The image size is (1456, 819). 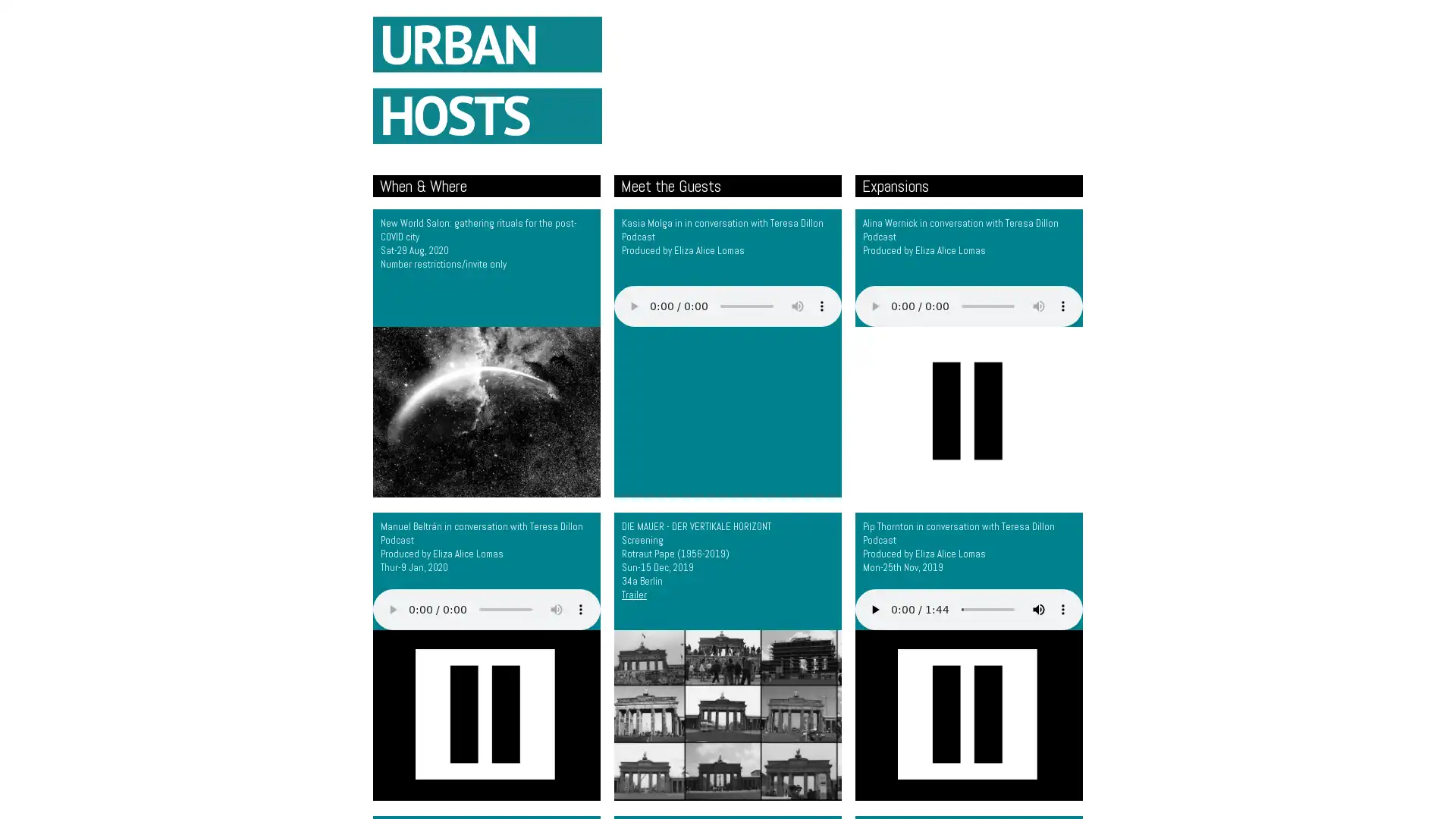 What do you see at coordinates (821, 306) in the screenshot?
I see `show more media controls` at bounding box center [821, 306].